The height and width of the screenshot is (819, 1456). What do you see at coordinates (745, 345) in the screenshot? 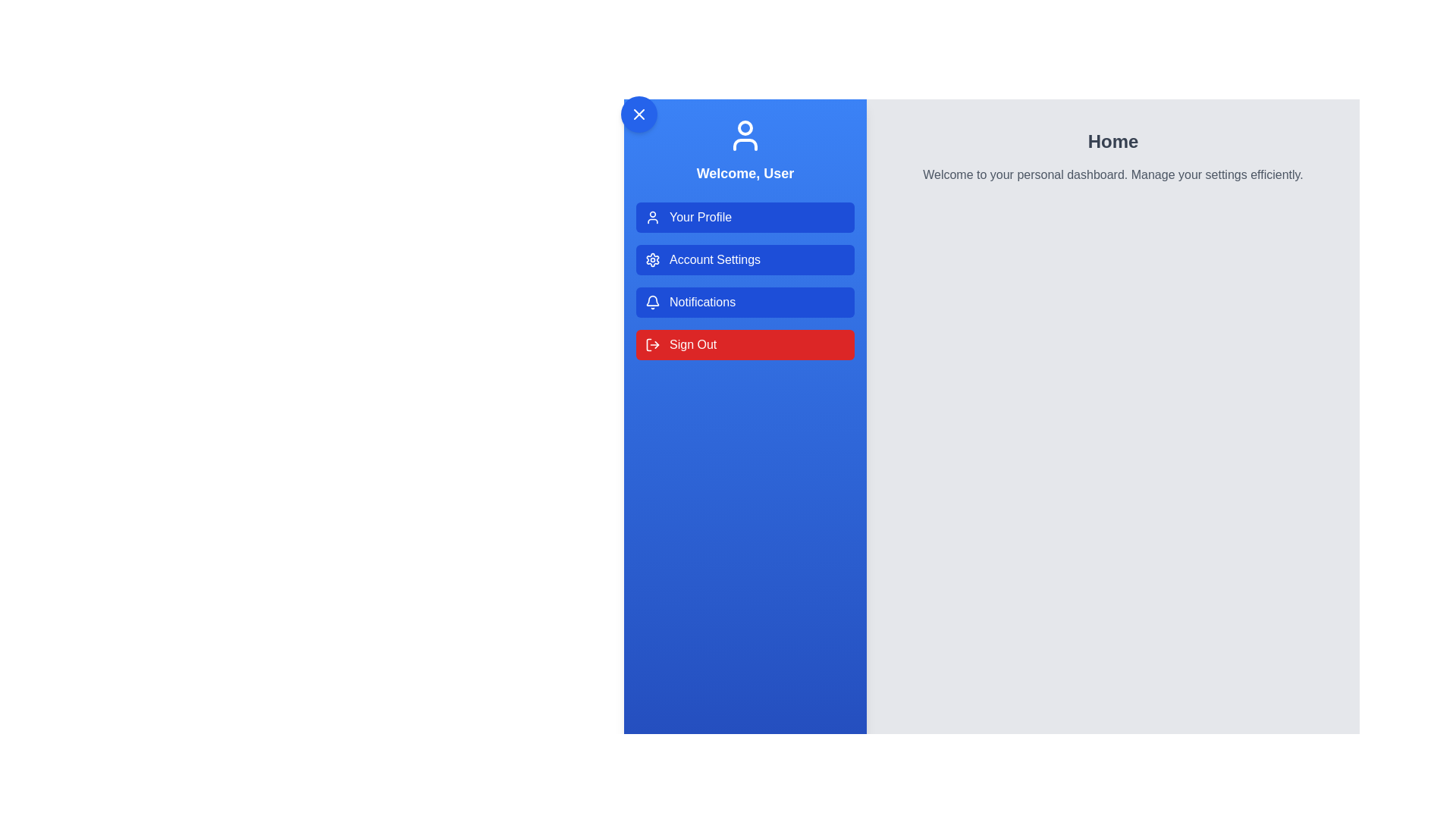
I see `the menu option Sign Out from the UserProfileDrawer` at bounding box center [745, 345].